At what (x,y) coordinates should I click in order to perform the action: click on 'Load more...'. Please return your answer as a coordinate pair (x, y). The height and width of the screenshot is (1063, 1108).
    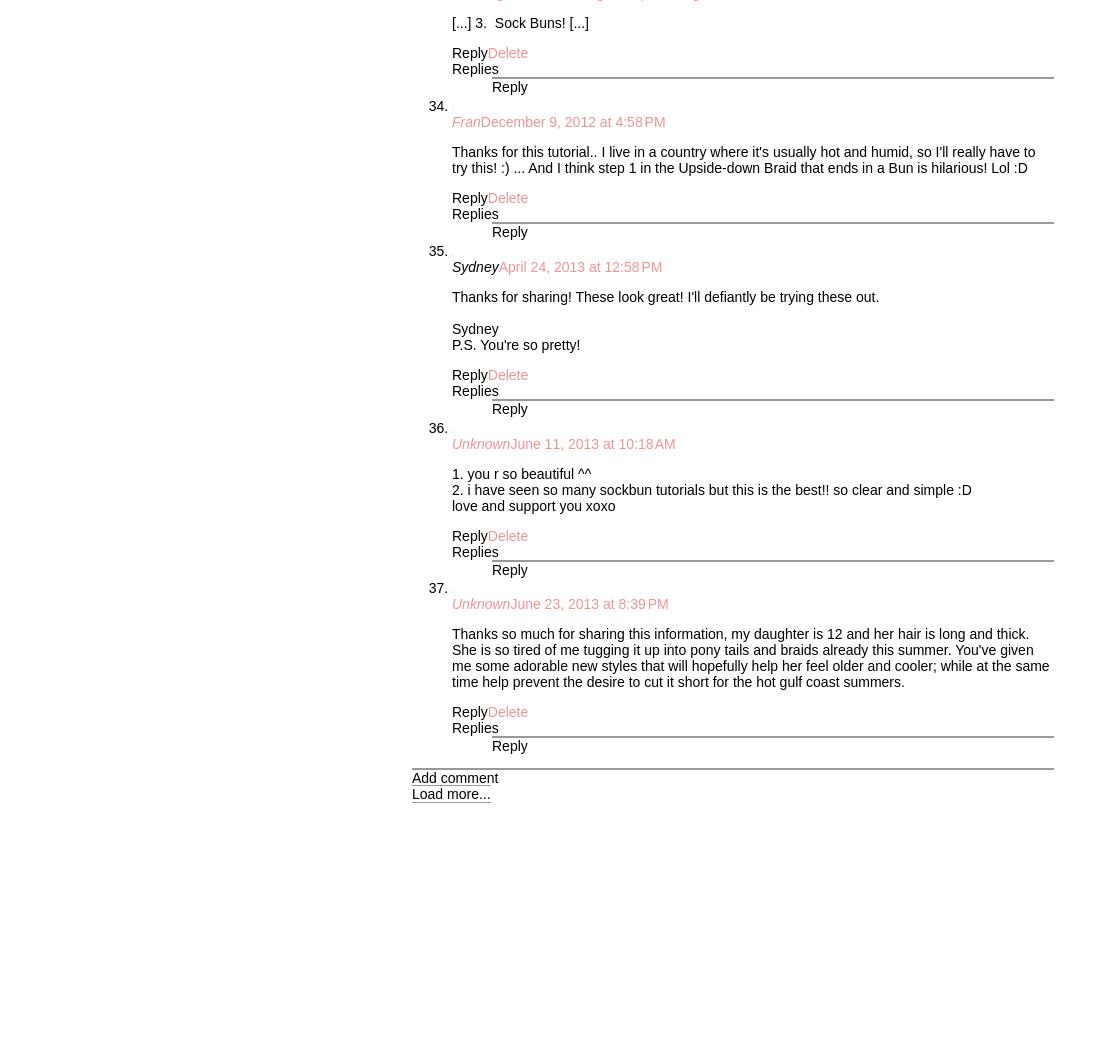
    Looking at the image, I should click on (449, 792).